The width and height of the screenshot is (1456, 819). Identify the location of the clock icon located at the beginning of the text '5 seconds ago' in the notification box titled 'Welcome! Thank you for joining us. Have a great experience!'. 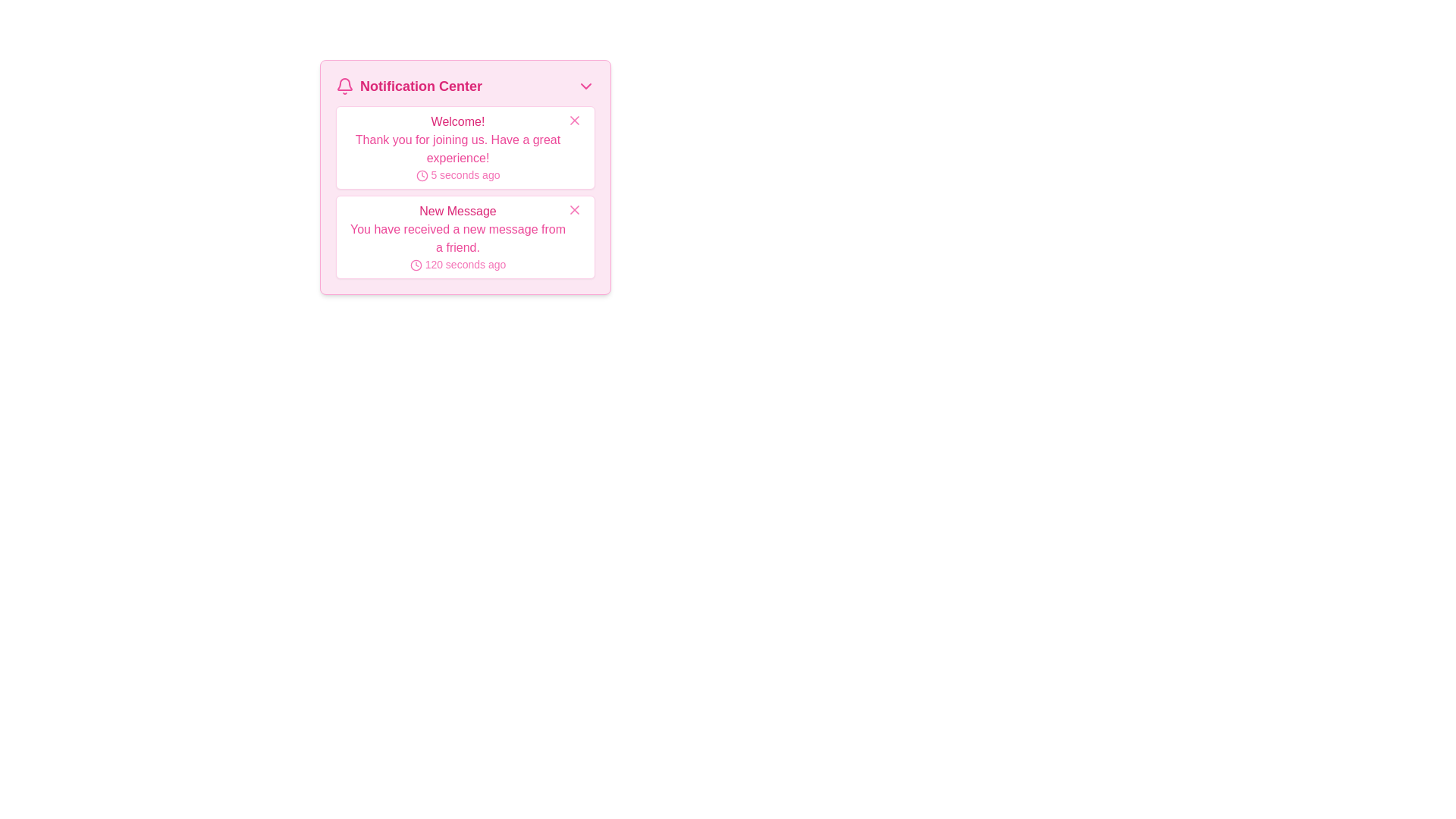
(422, 175).